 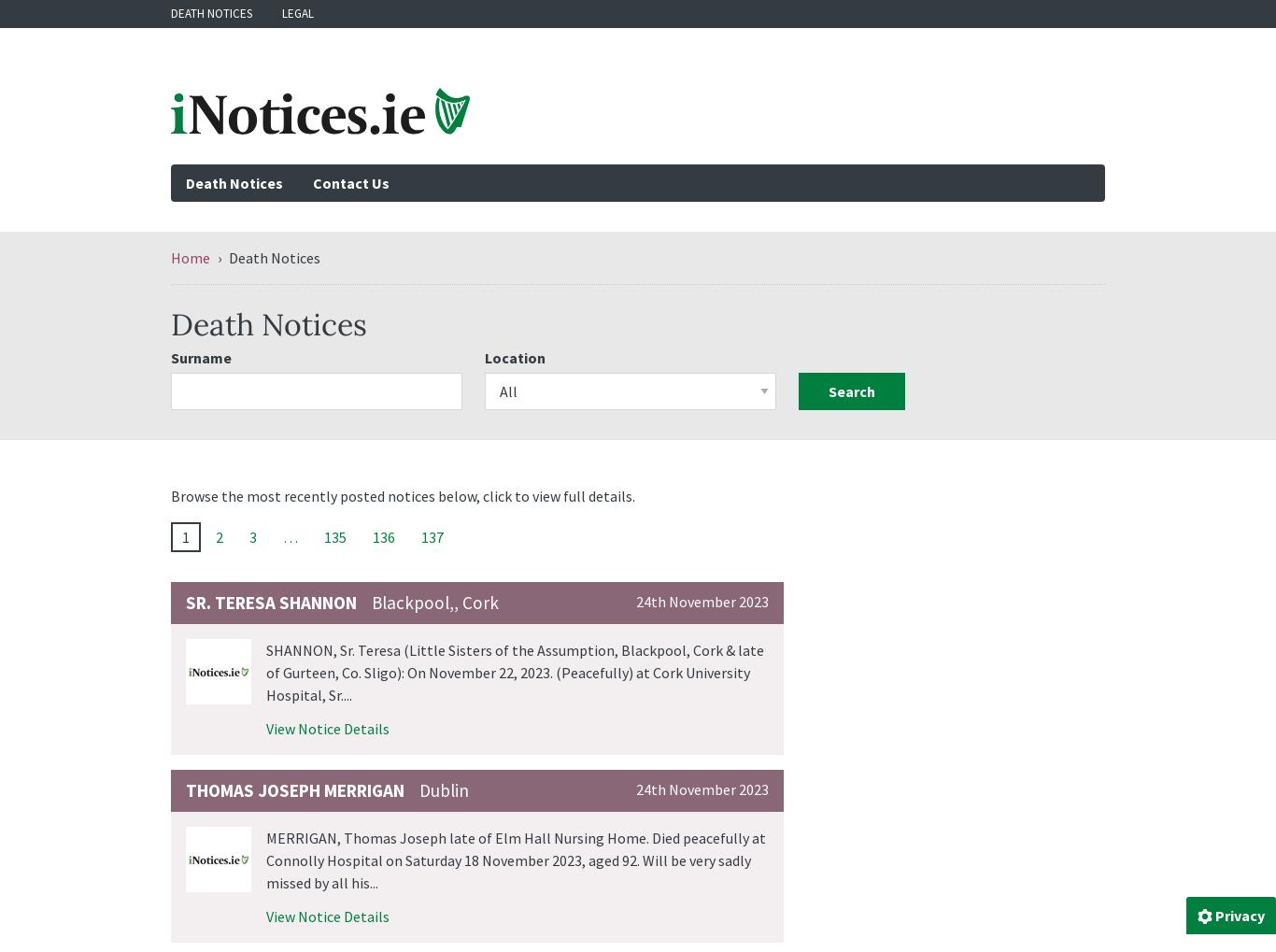 What do you see at coordinates (170, 258) in the screenshot?
I see `'Home'` at bounding box center [170, 258].